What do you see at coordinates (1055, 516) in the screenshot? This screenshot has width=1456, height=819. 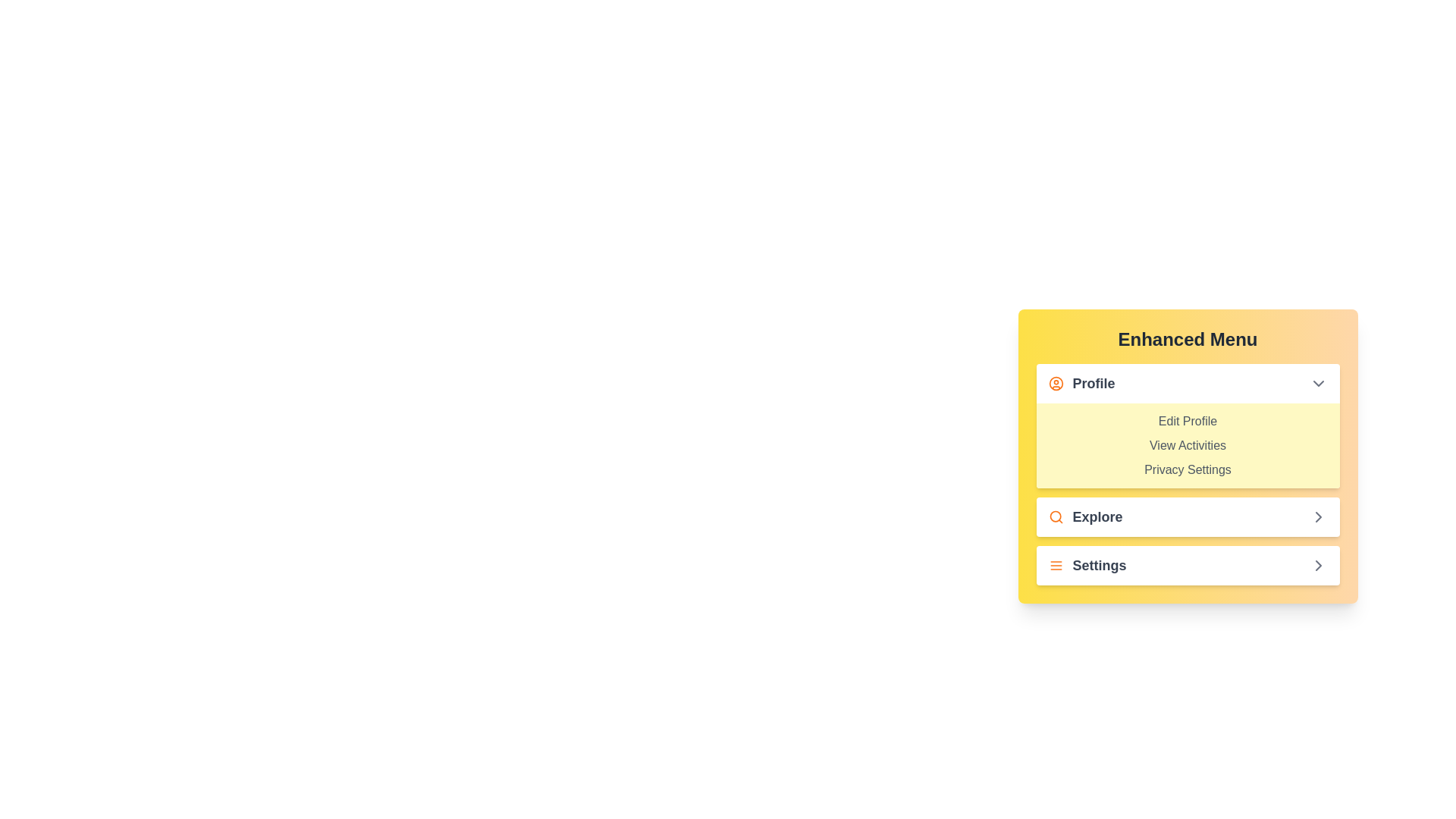 I see `the orange magnifying glass icon located in the 'Explore' section, positioned to the left of the 'Explore' label` at bounding box center [1055, 516].